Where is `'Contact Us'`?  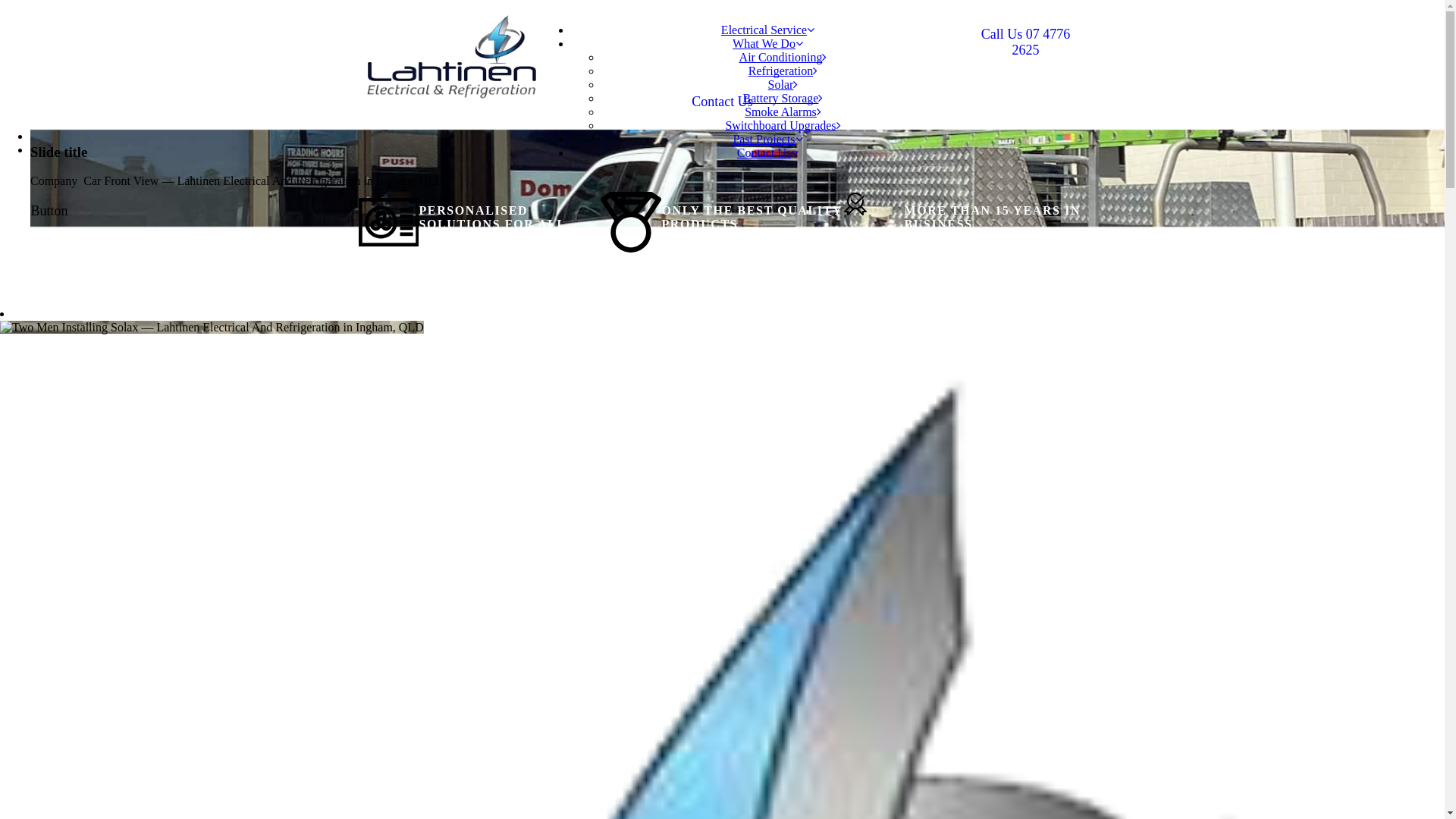
'Contact Us' is located at coordinates (721, 102).